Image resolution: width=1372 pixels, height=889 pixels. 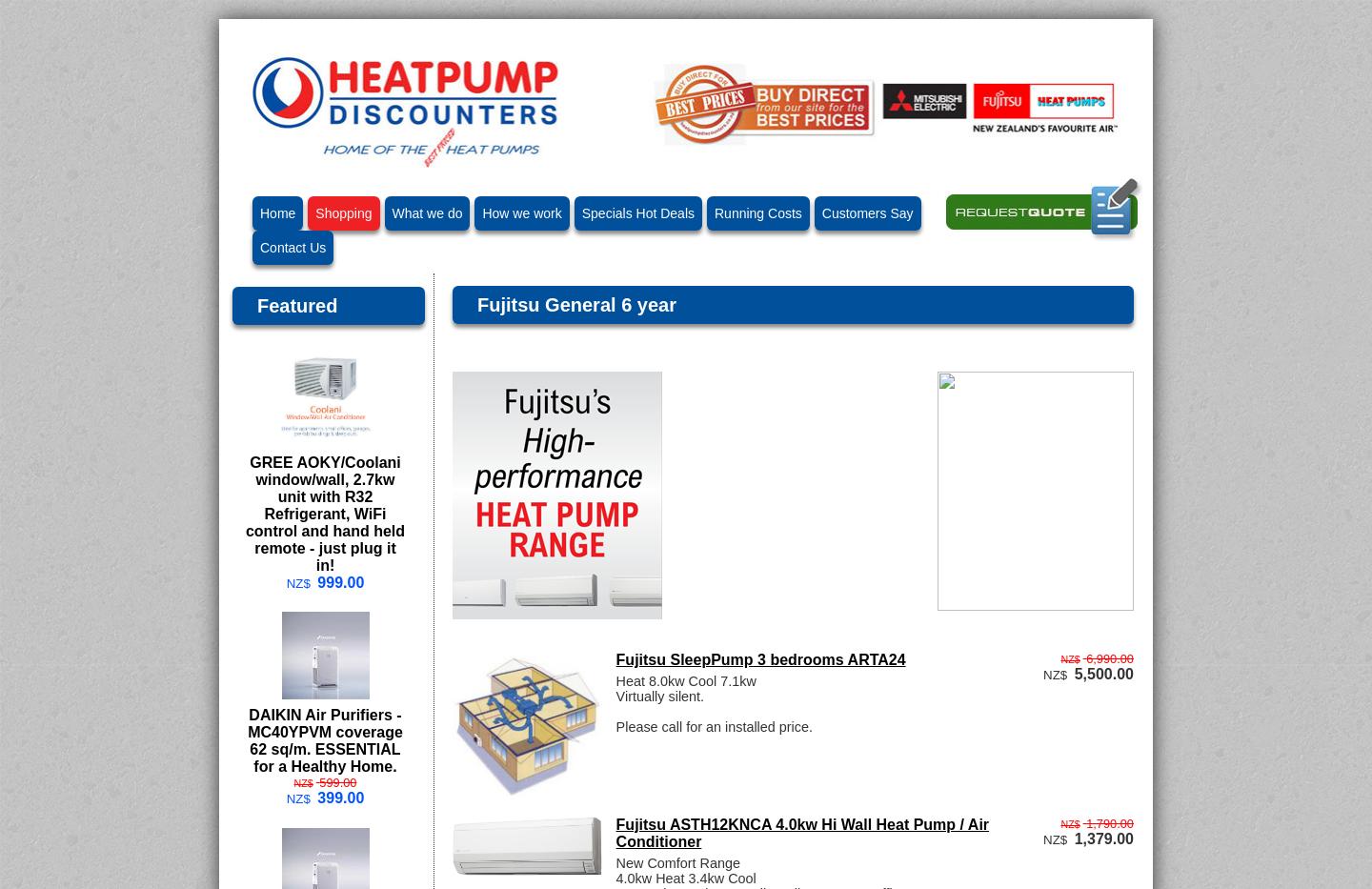 What do you see at coordinates (614, 724) in the screenshot?
I see `'Please call for an installed price.'` at bounding box center [614, 724].